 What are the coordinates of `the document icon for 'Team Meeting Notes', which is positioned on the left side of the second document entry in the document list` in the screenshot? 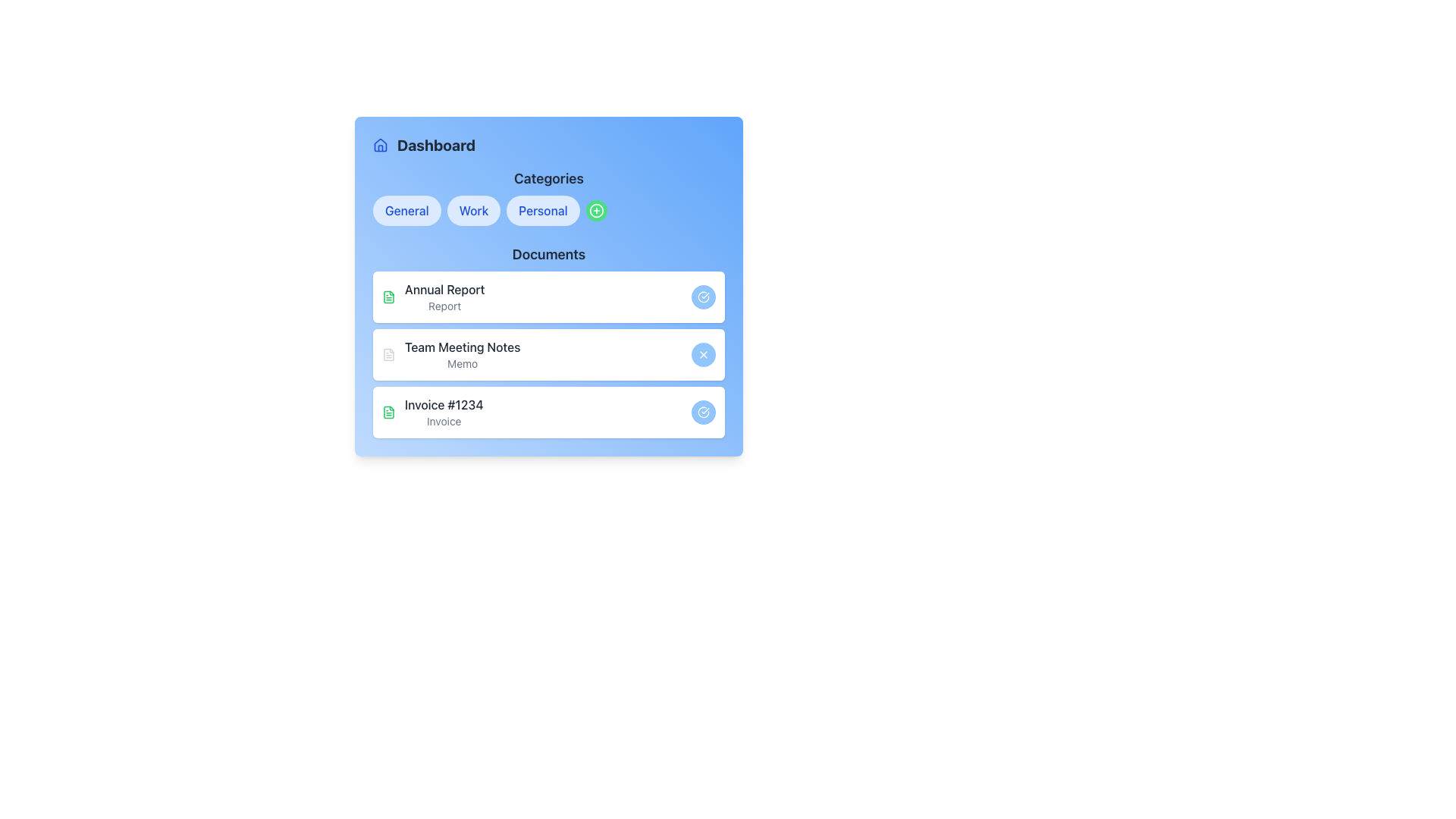 It's located at (389, 354).